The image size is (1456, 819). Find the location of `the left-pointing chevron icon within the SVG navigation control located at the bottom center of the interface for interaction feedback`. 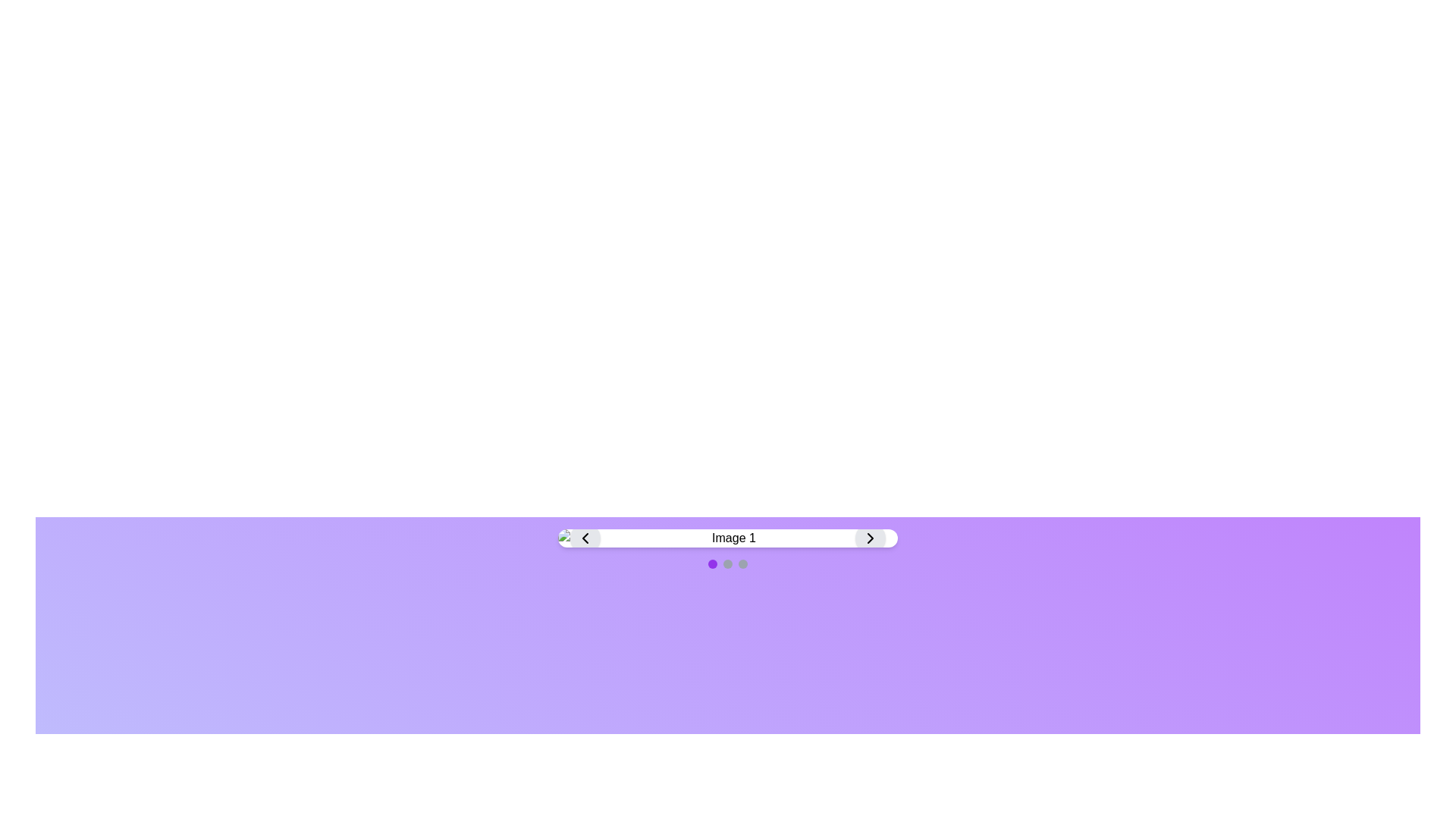

the left-pointing chevron icon within the SVG navigation control located at the bottom center of the interface for interaction feedback is located at coordinates (585, 537).